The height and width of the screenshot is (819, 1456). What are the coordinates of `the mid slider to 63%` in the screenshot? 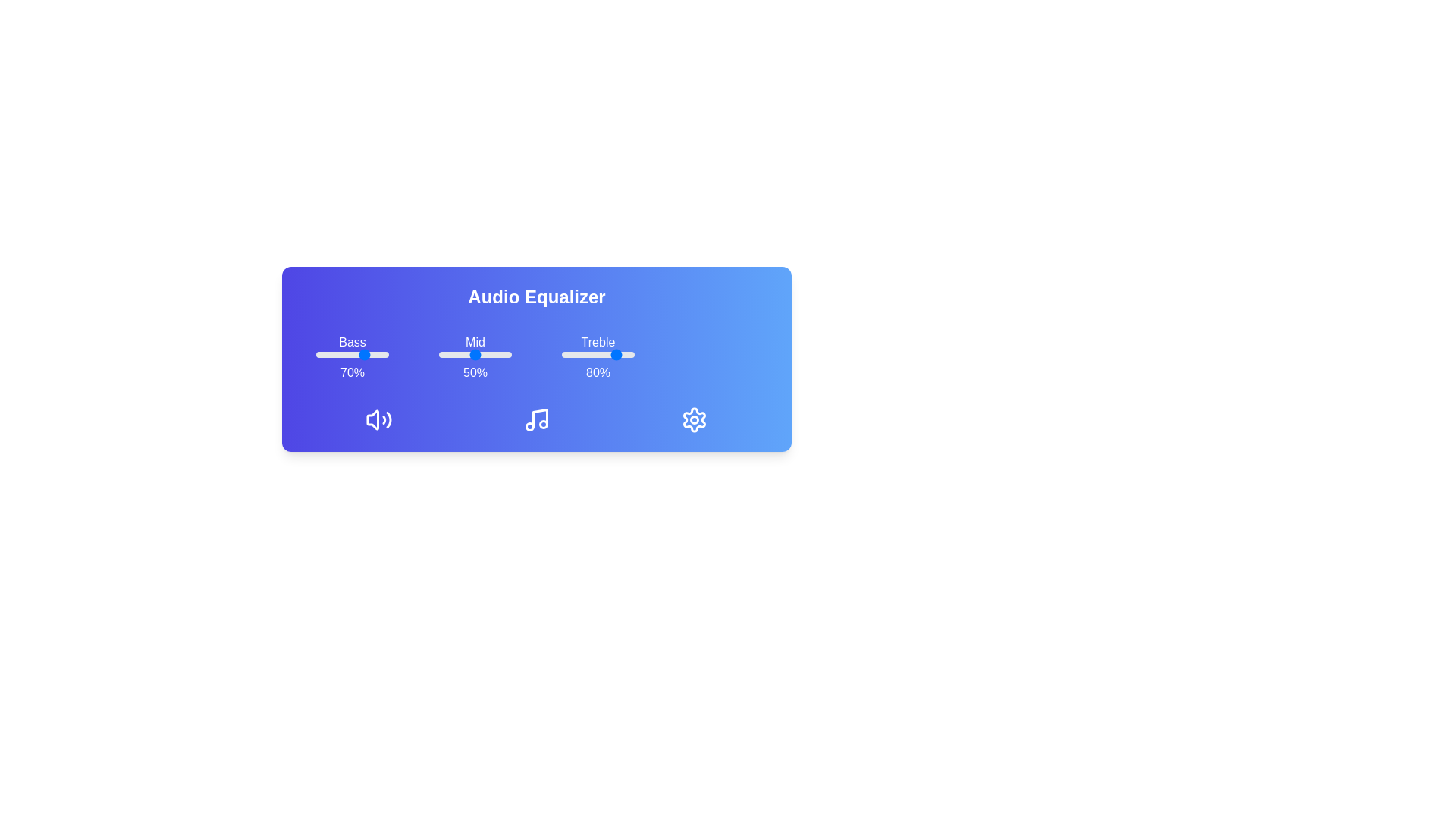 It's located at (484, 354).